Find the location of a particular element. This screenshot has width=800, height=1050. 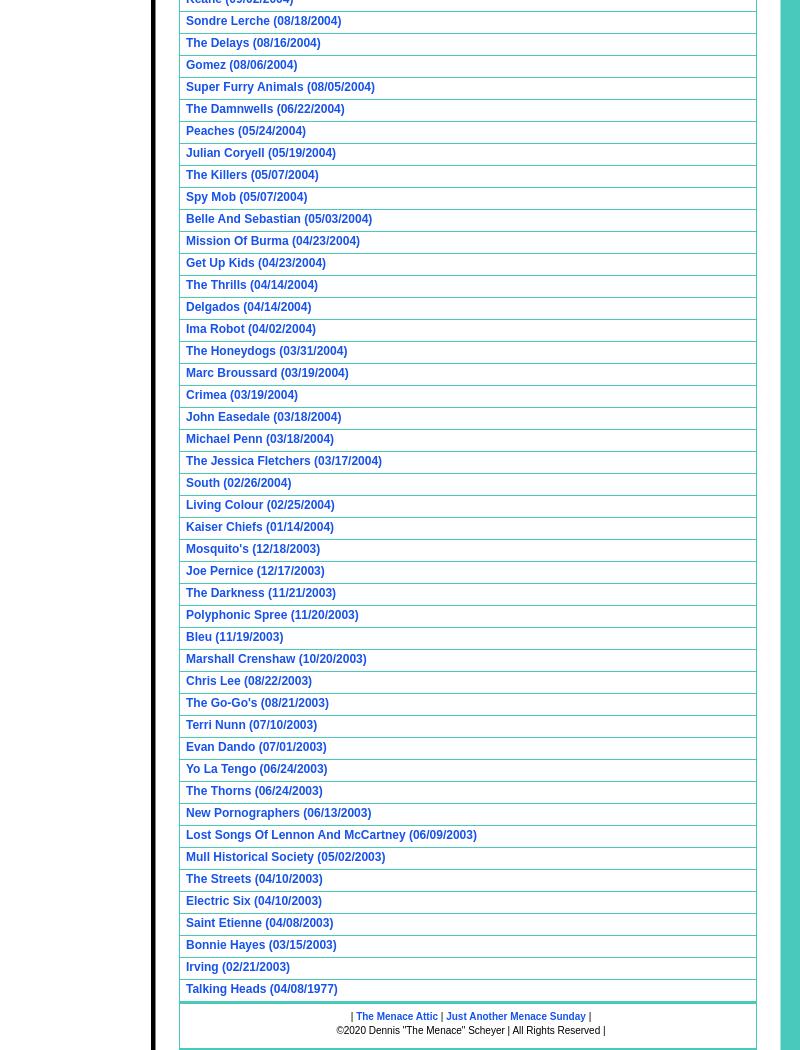

'Terri Nunn (07/10/2003)' is located at coordinates (250, 724).